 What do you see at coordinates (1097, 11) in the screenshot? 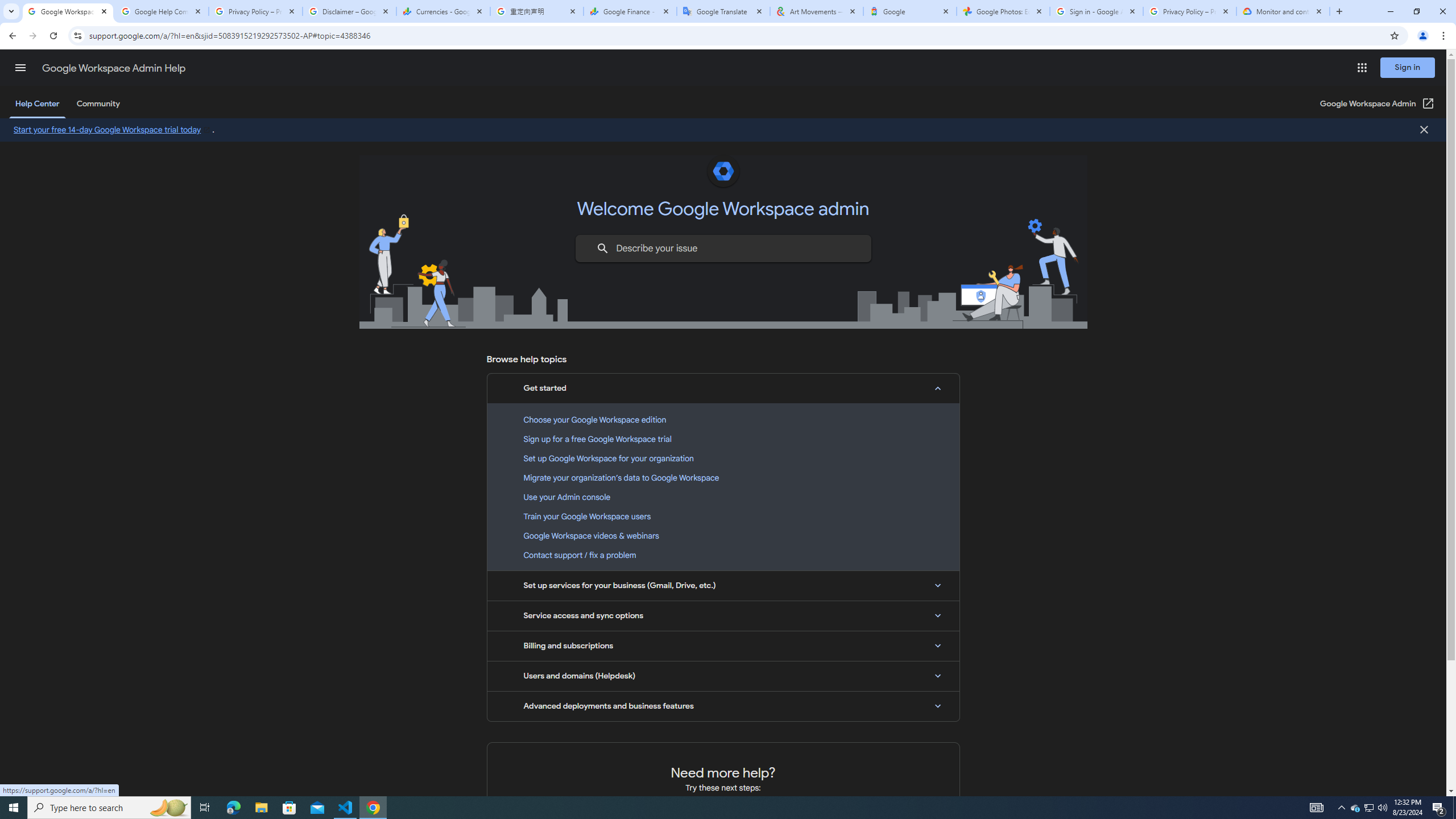
I see `'Sign in - Google Accounts'` at bounding box center [1097, 11].